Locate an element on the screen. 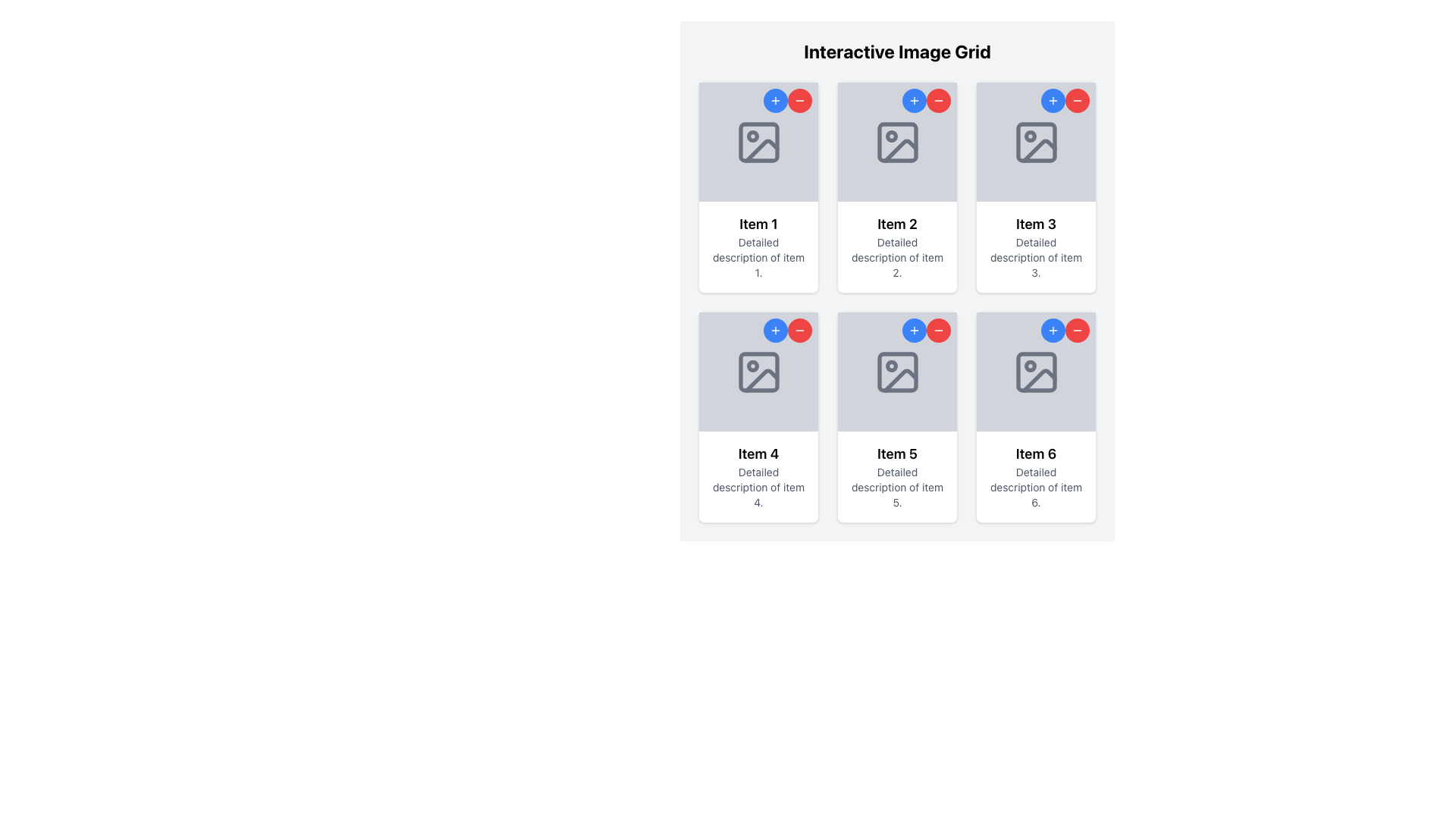 This screenshot has width=1456, height=819. the blue '+' button located in the upper-right corner of the 'Item 3' card, positioned above the image thumbnail and description text is located at coordinates (1065, 100).